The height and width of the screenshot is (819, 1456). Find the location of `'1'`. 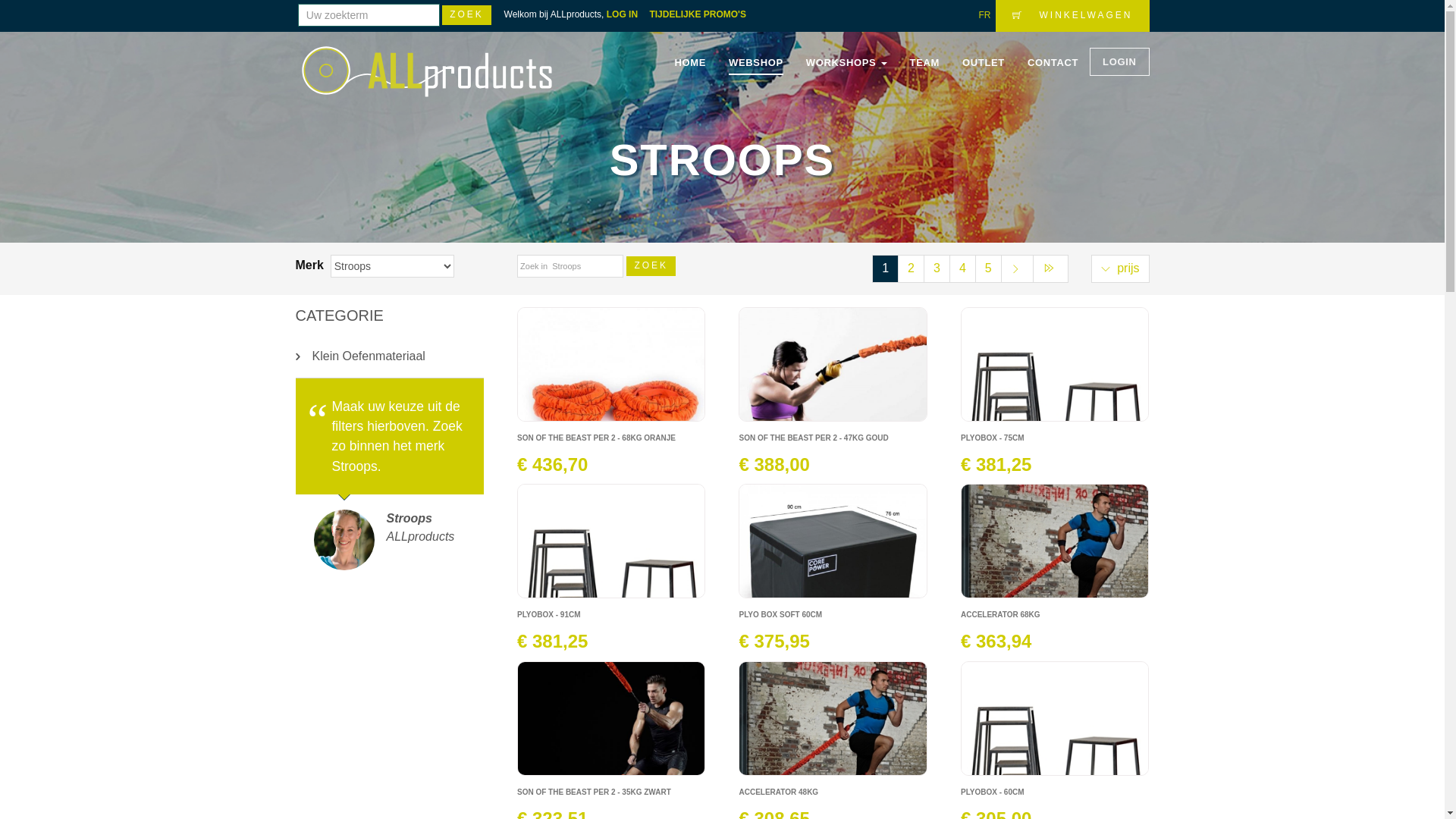

'1' is located at coordinates (885, 268).